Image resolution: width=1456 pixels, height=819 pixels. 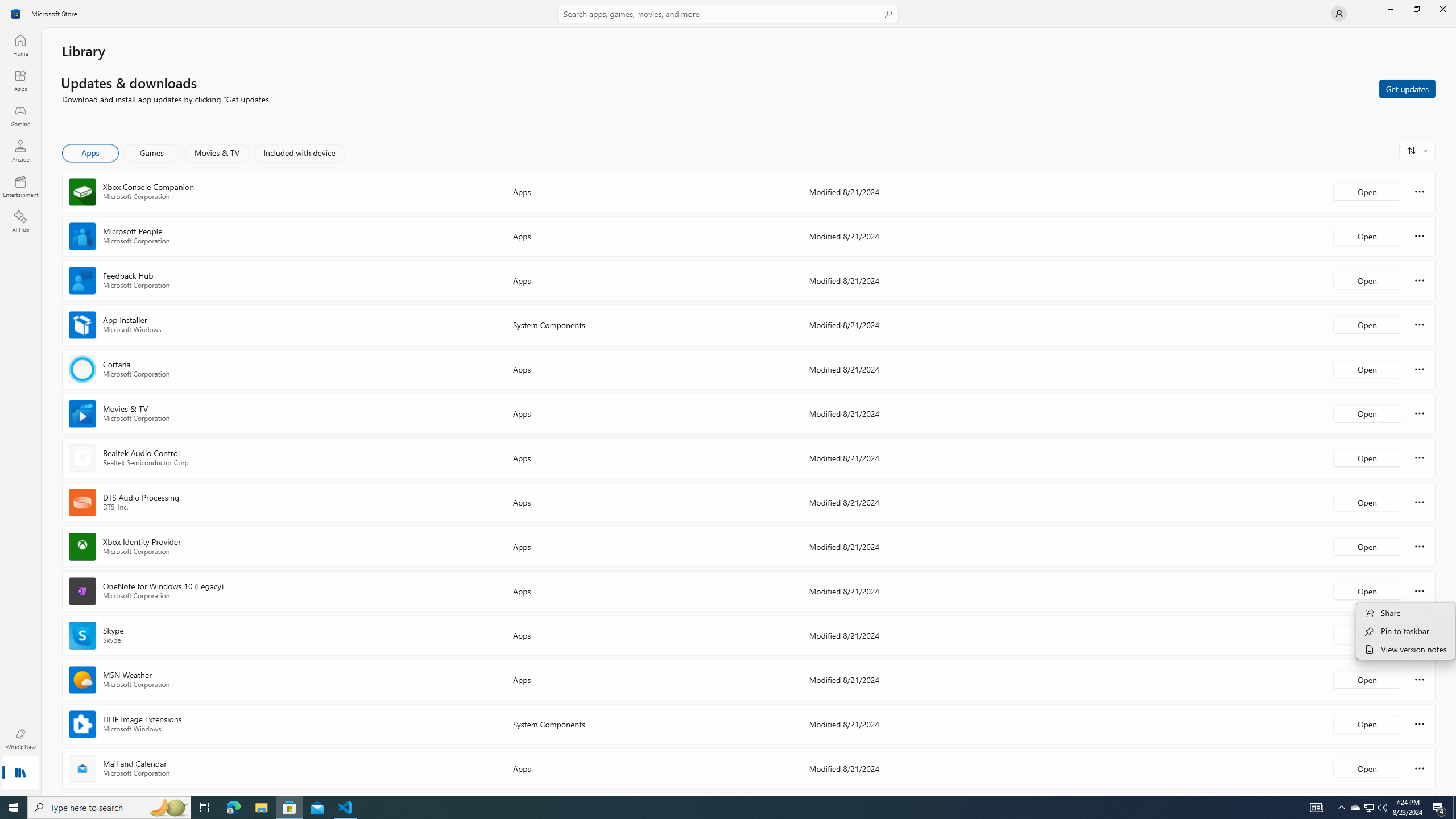 What do you see at coordinates (151, 152) in the screenshot?
I see `'Games'` at bounding box center [151, 152].